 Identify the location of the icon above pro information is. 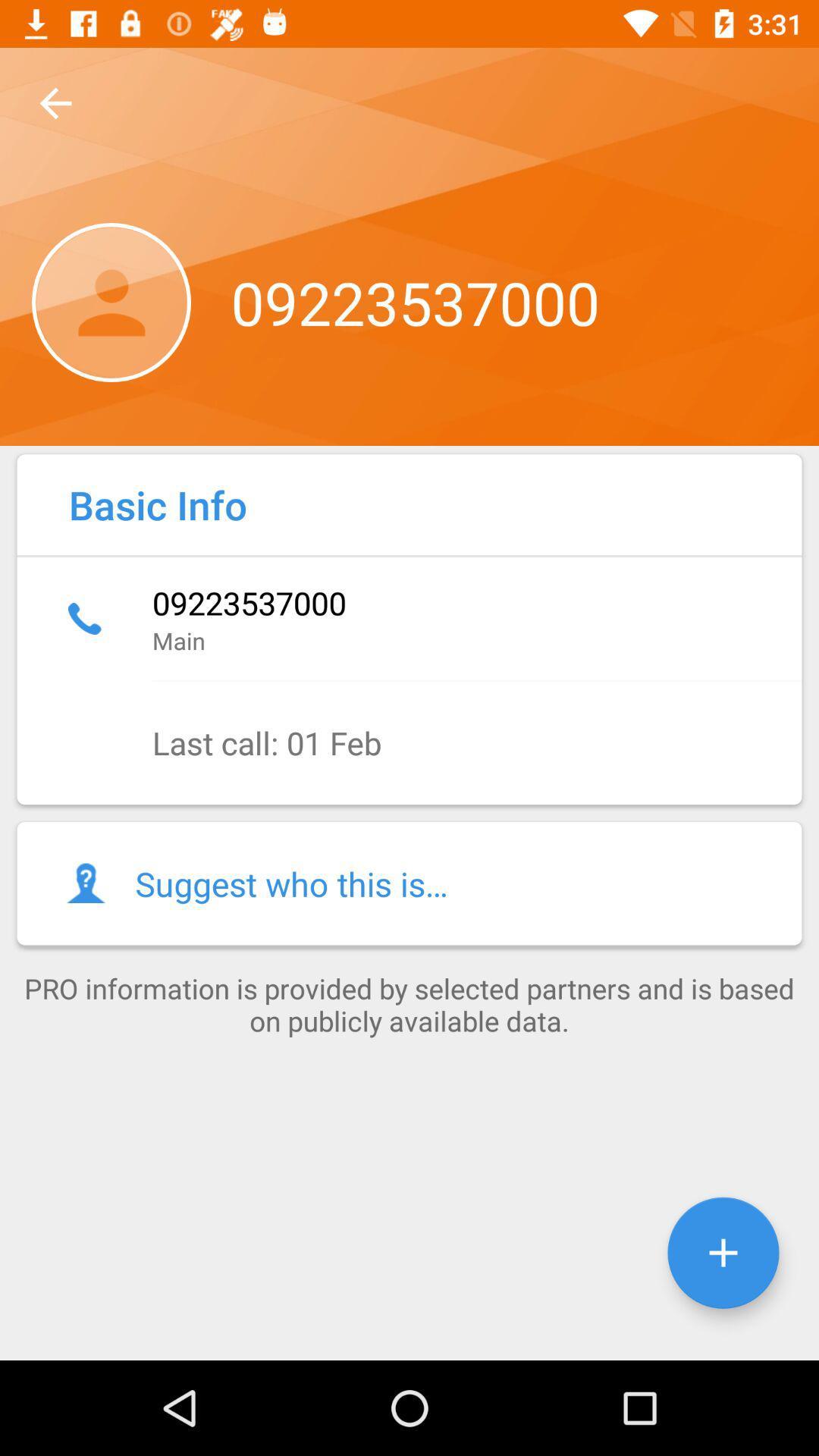
(409, 883).